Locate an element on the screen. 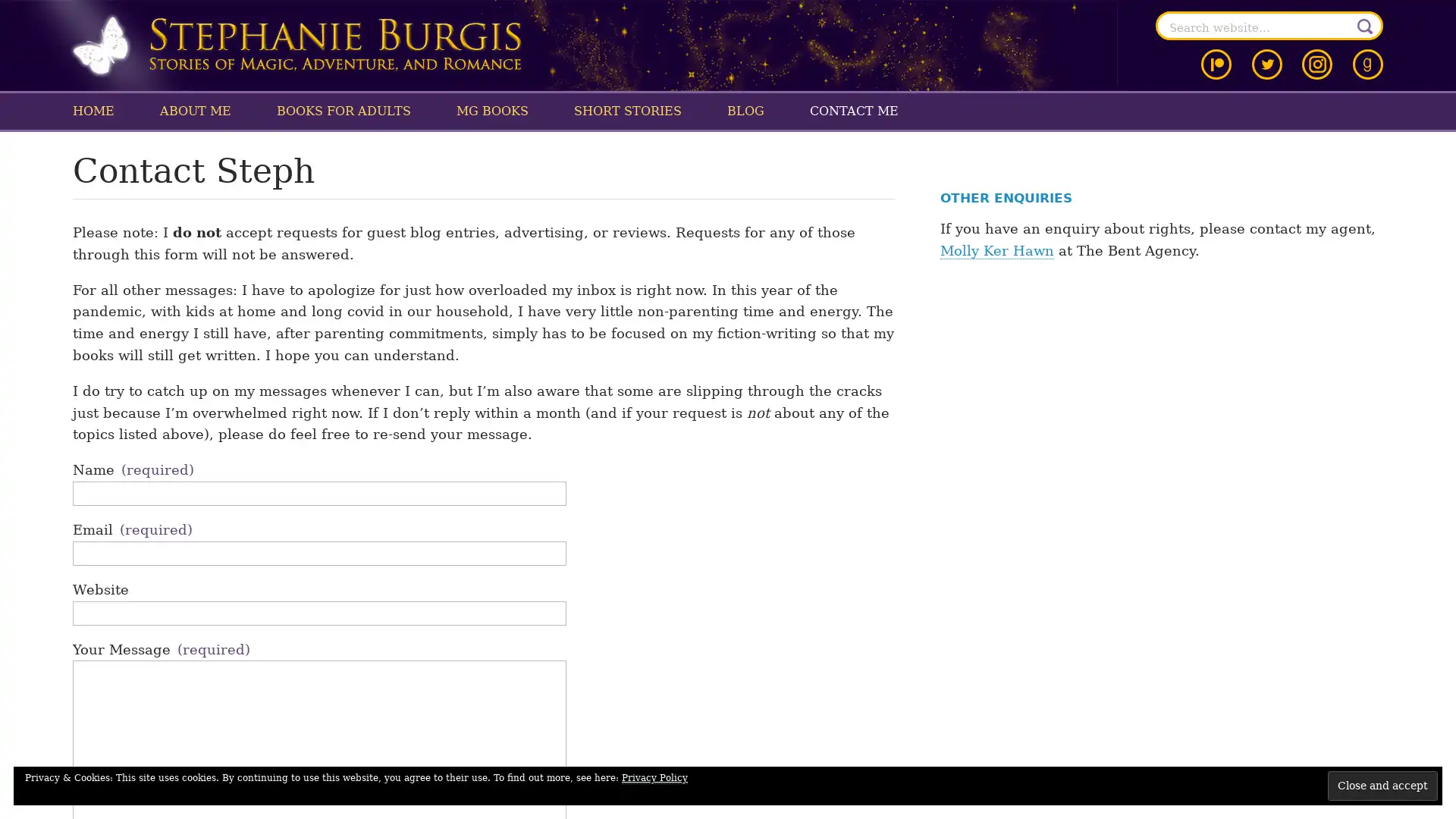  Search is located at coordinates (1365, 26).